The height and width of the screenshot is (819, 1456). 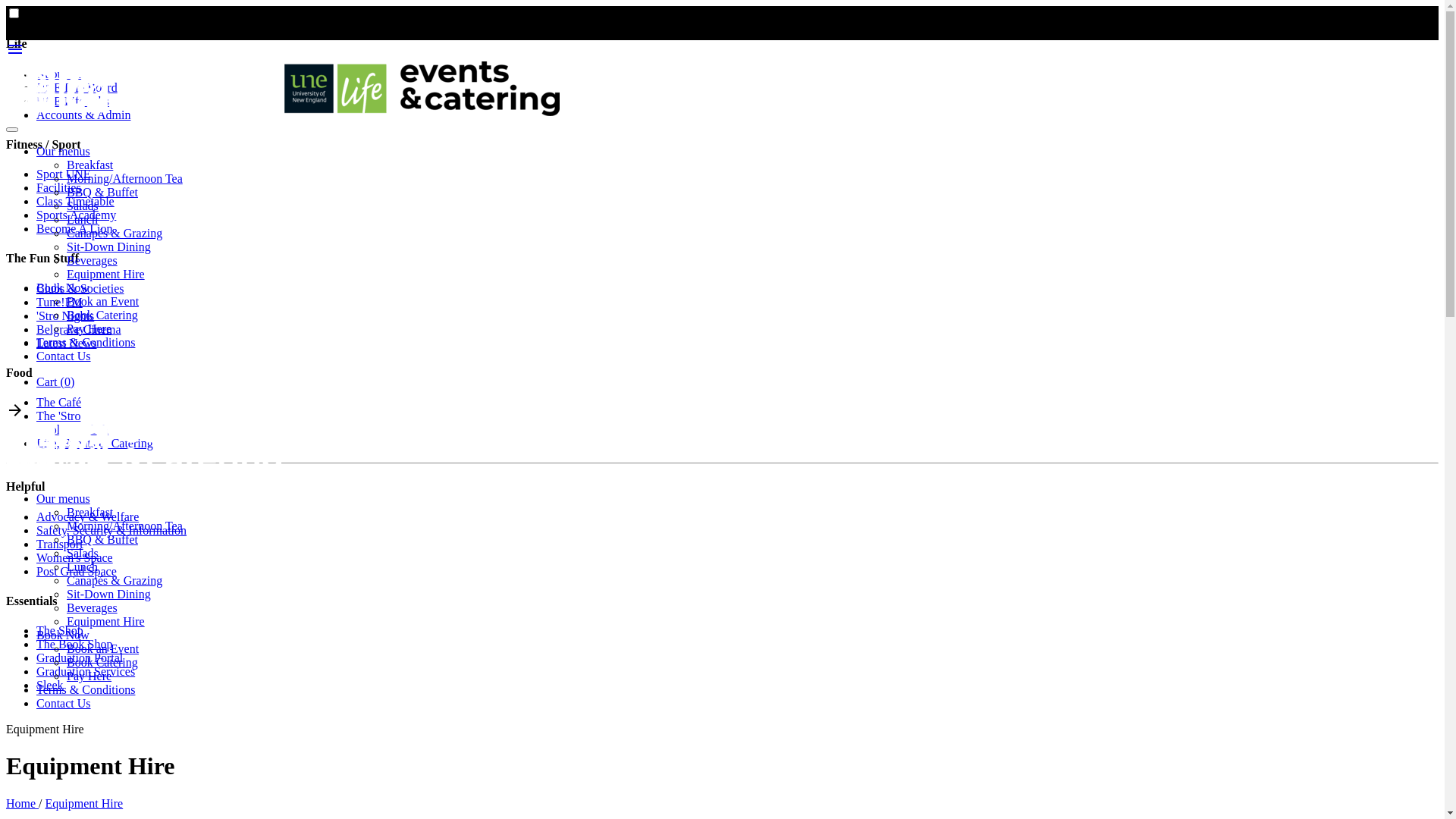 What do you see at coordinates (111, 529) in the screenshot?
I see `'Safety, Security & Information'` at bounding box center [111, 529].